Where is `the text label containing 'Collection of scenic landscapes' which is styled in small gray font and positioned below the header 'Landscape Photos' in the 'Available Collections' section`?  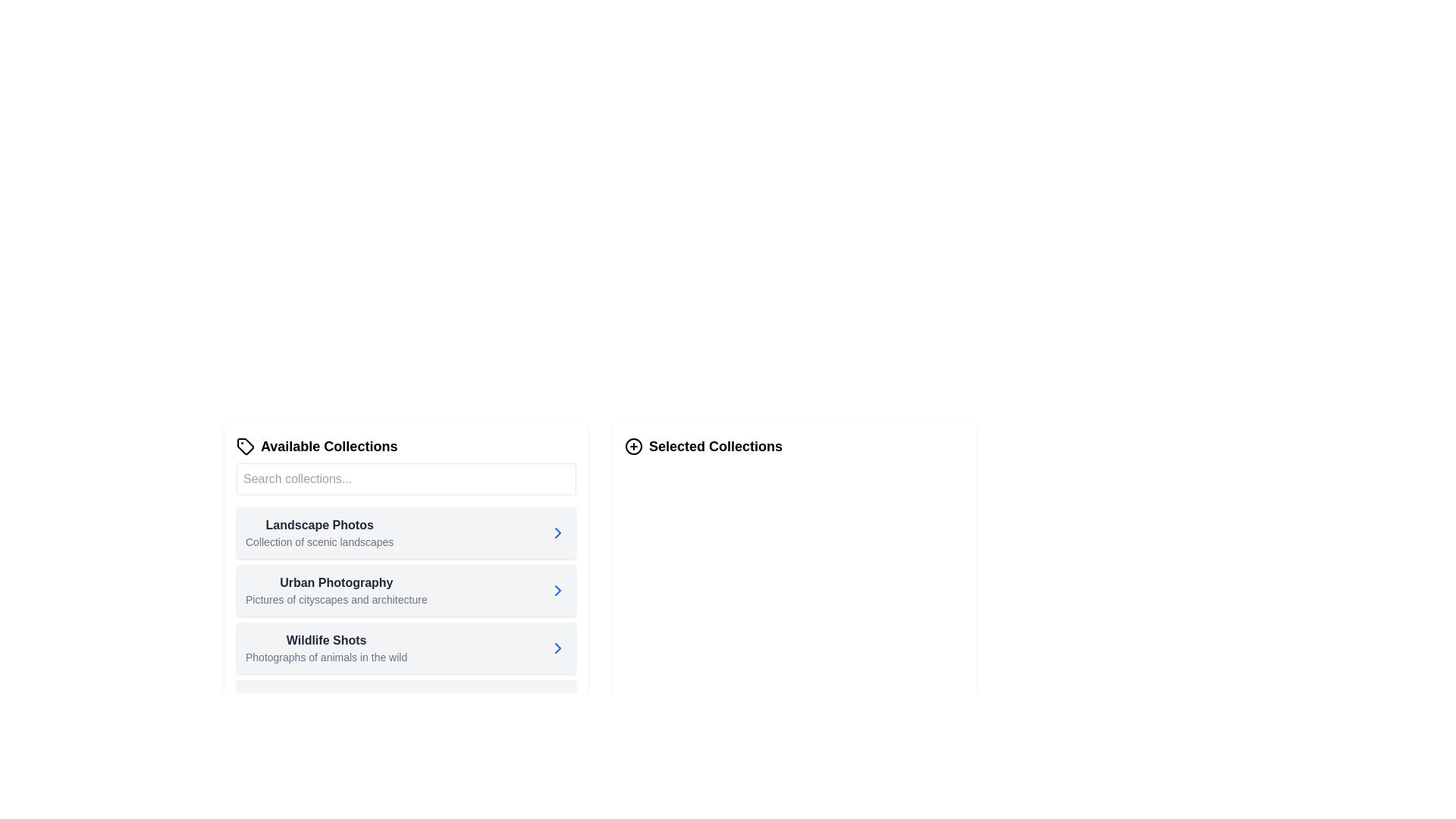 the text label containing 'Collection of scenic landscapes' which is styled in small gray font and positioned below the header 'Landscape Photos' in the 'Available Collections' section is located at coordinates (318, 541).